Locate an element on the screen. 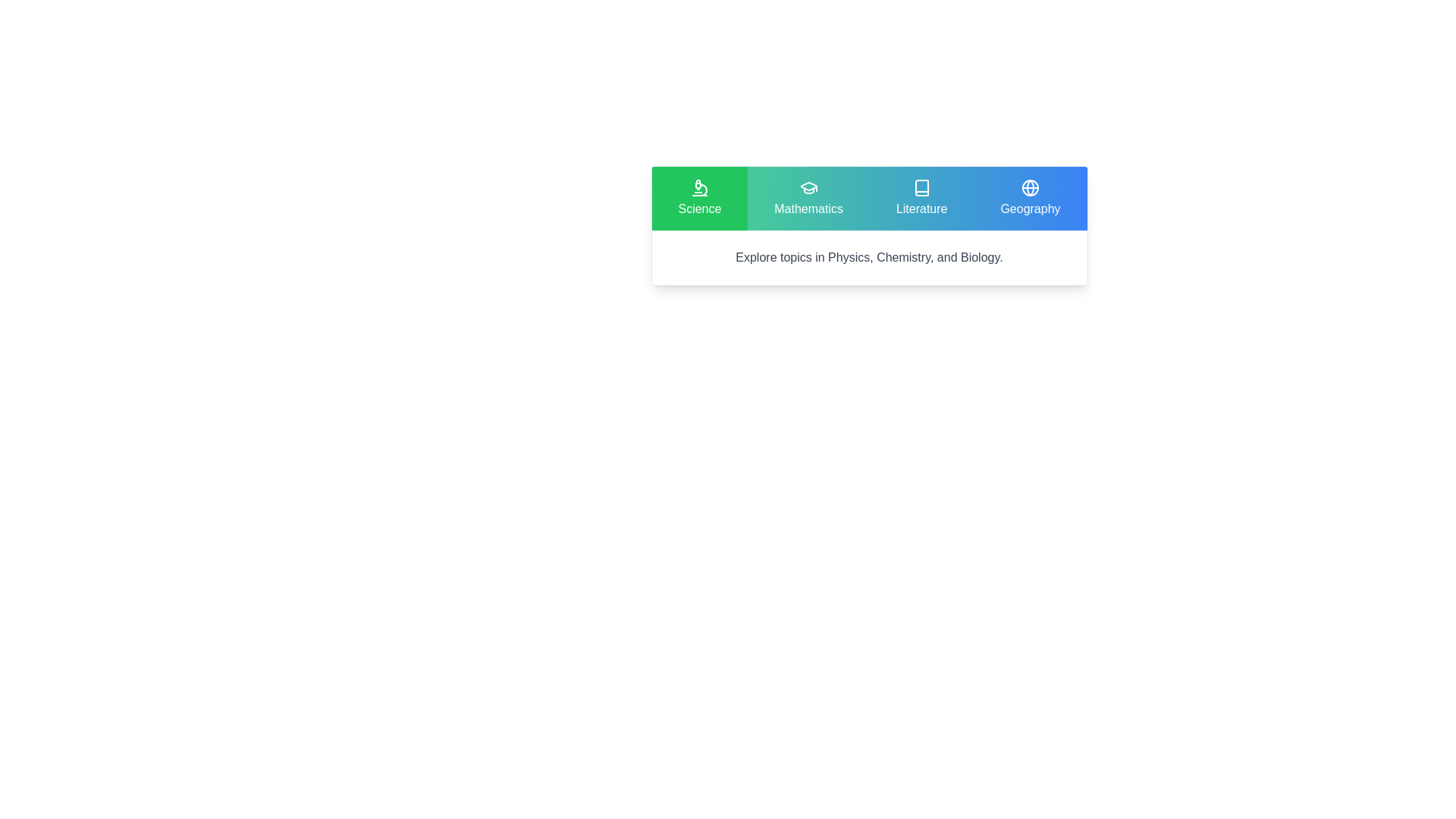 This screenshot has width=1456, height=819. the category in the Card with navigation links and descriptive text is located at coordinates (869, 225).